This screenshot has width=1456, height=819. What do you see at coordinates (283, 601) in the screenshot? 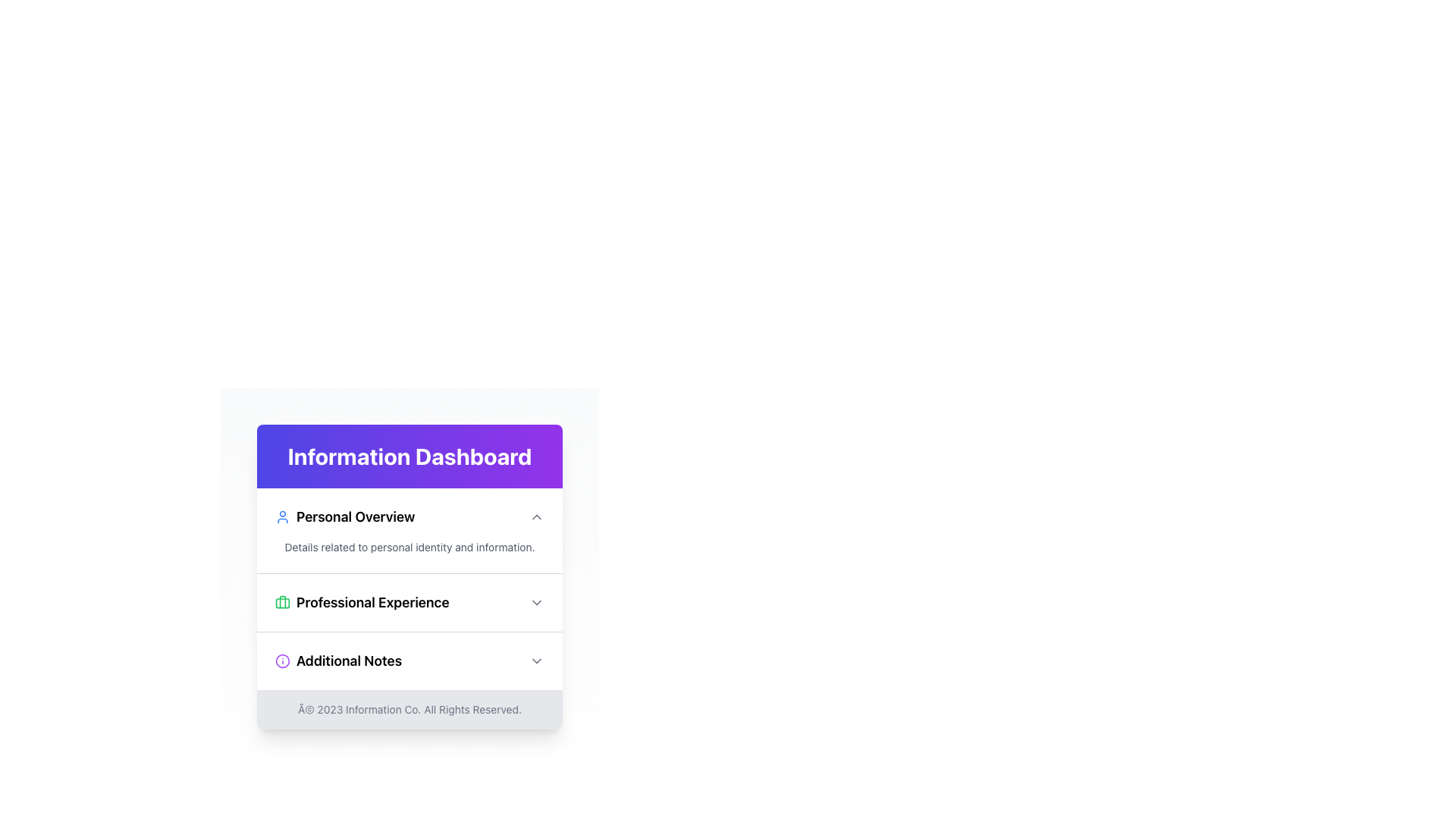
I see `the vertical line forming part of the suitcase icon in the 'Professional Experience' section of the interface` at bounding box center [283, 601].